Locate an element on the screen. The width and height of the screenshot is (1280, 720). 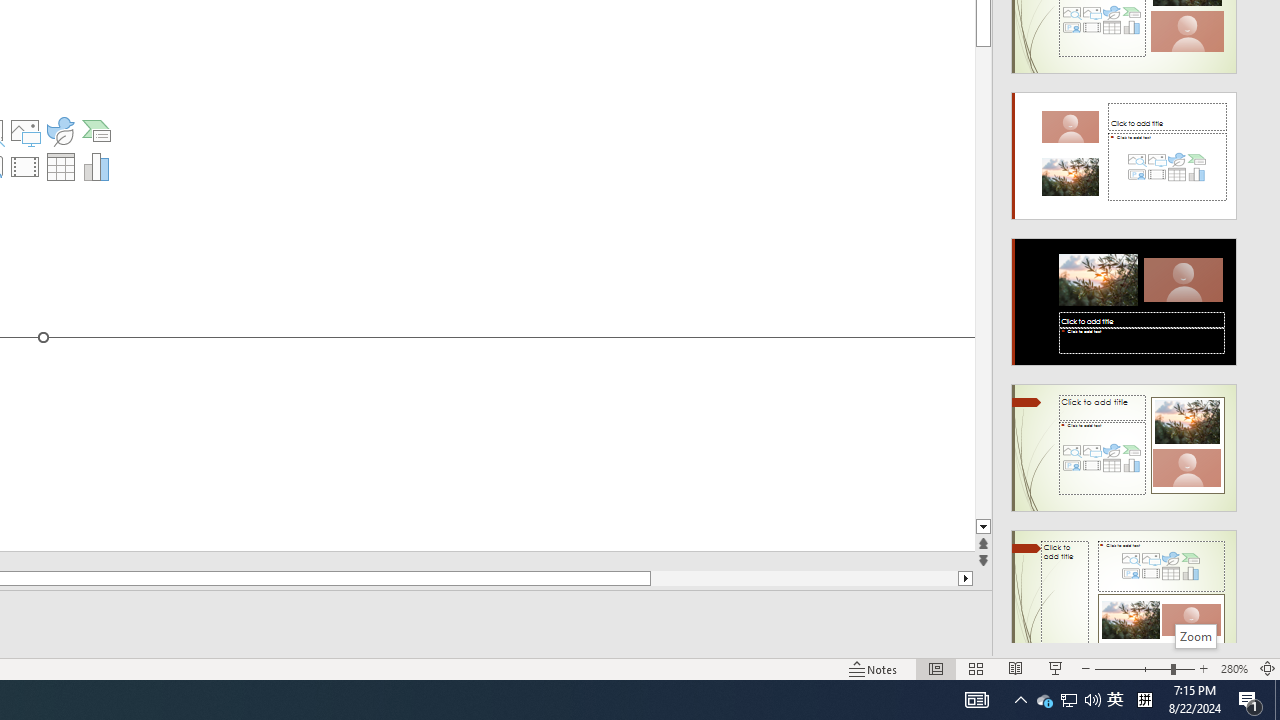
'Zoom Out' is located at coordinates (1132, 669).